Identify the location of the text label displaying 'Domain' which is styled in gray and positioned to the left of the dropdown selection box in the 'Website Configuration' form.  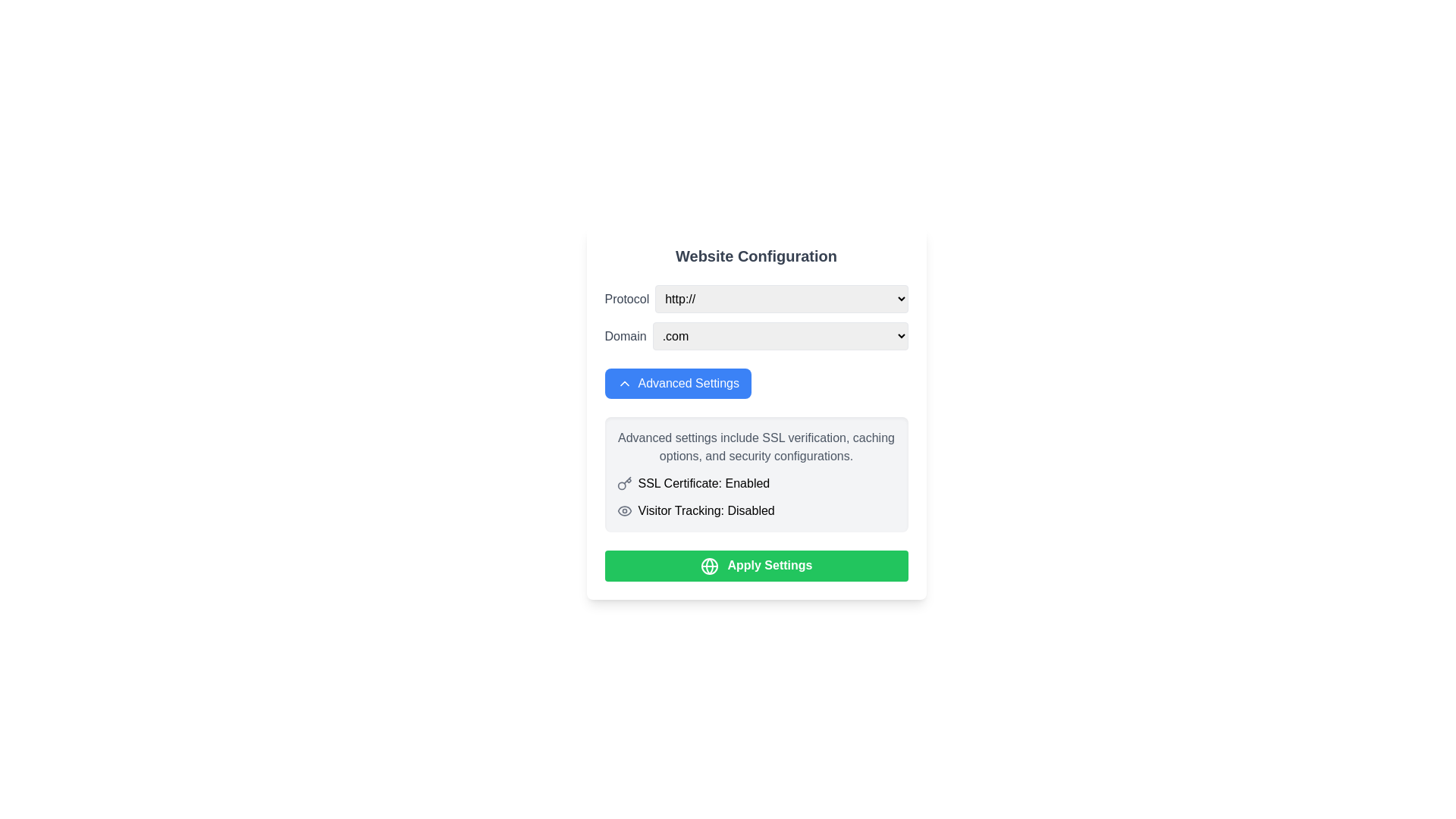
(626, 335).